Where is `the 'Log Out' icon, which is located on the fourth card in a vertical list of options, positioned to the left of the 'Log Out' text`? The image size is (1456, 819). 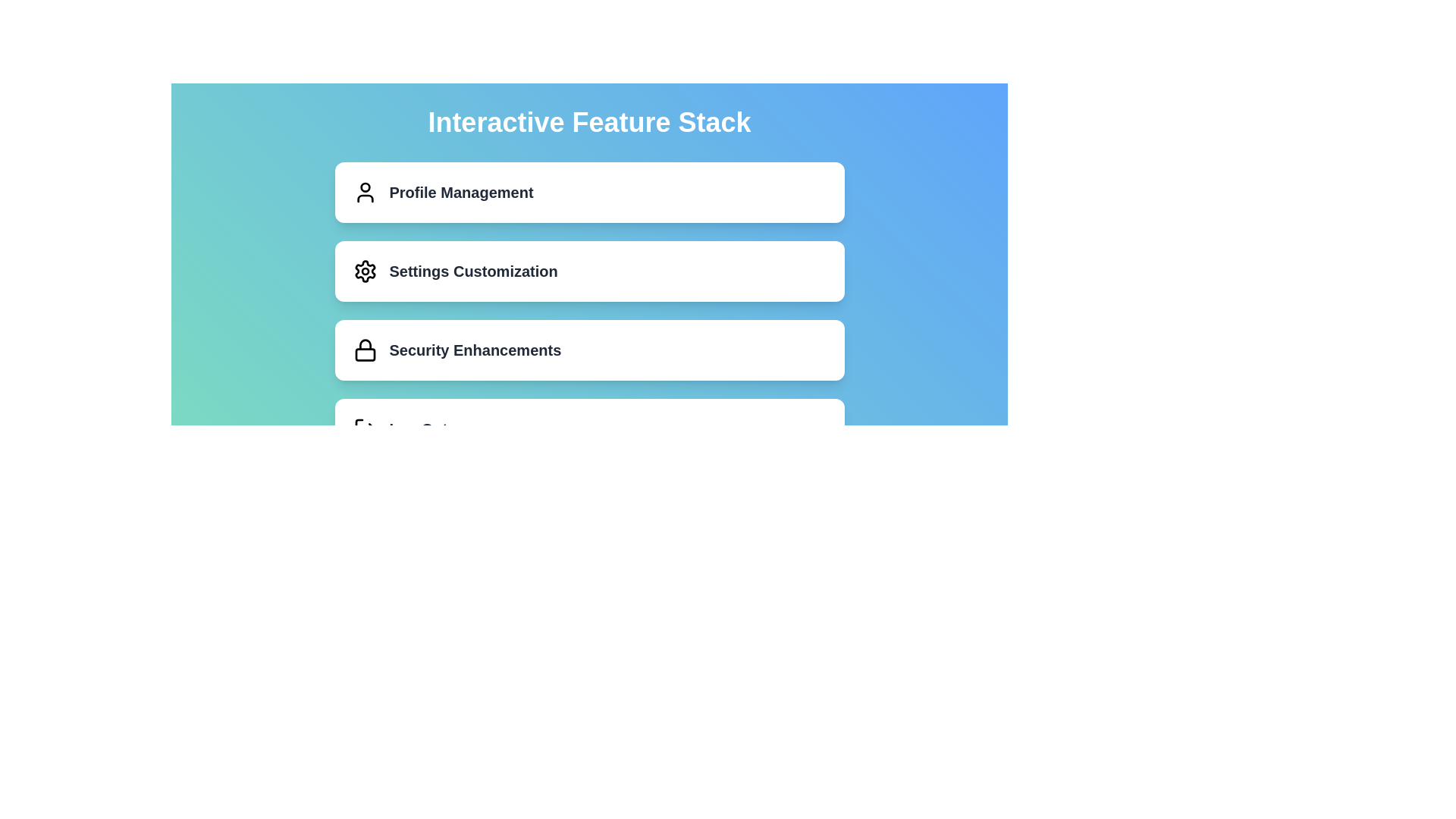 the 'Log Out' icon, which is located on the fourth card in a vertical list of options, positioned to the left of the 'Log Out' text is located at coordinates (365, 429).